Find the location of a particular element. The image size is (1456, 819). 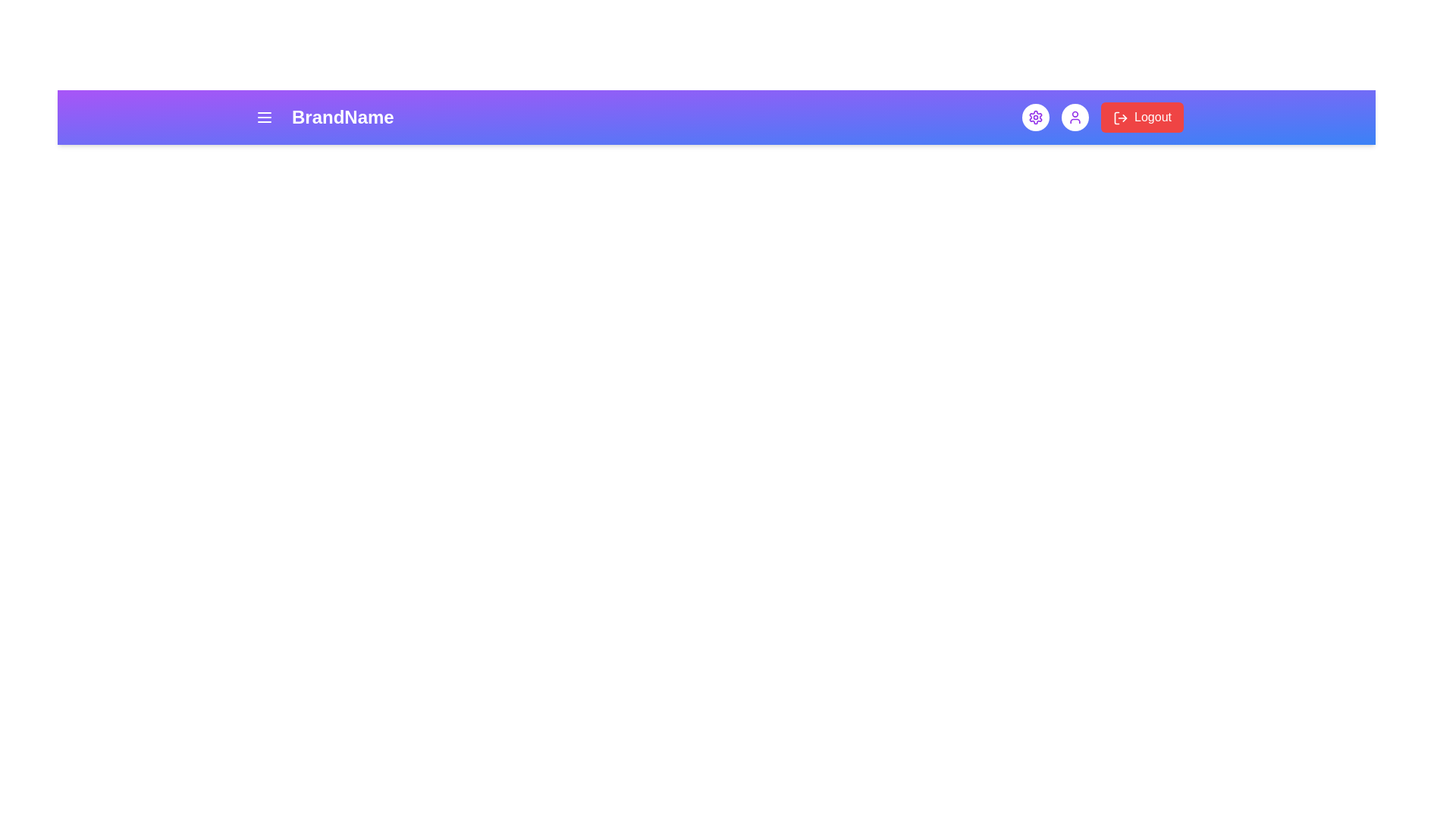

the menu icon to open the menu is located at coordinates (265, 116).